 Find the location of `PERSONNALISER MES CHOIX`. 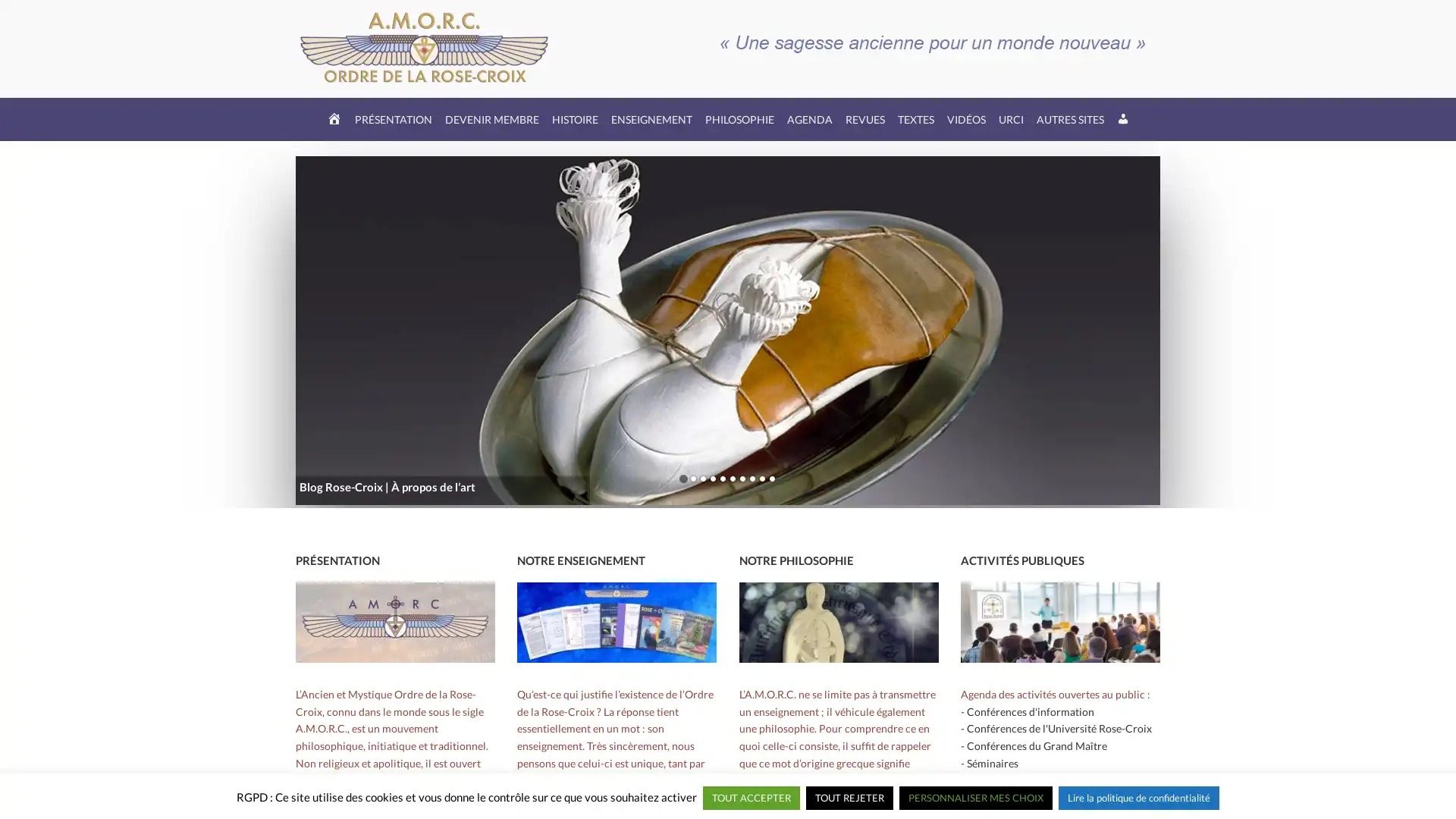

PERSONNALISER MES CHOIX is located at coordinates (975, 797).